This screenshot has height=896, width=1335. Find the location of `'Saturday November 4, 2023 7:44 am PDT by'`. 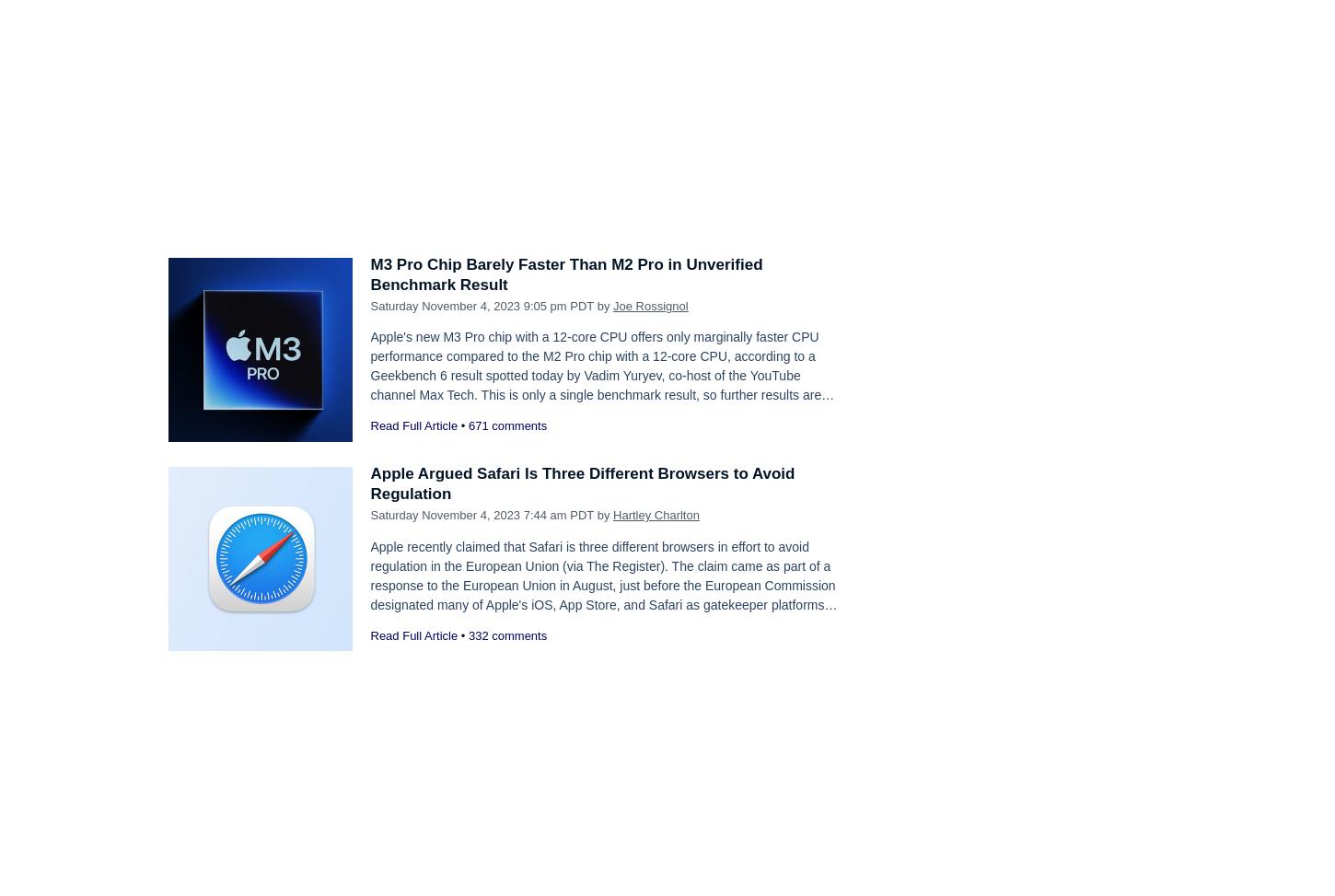

'Saturday November 4, 2023 7:44 am PDT by' is located at coordinates (368, 515).